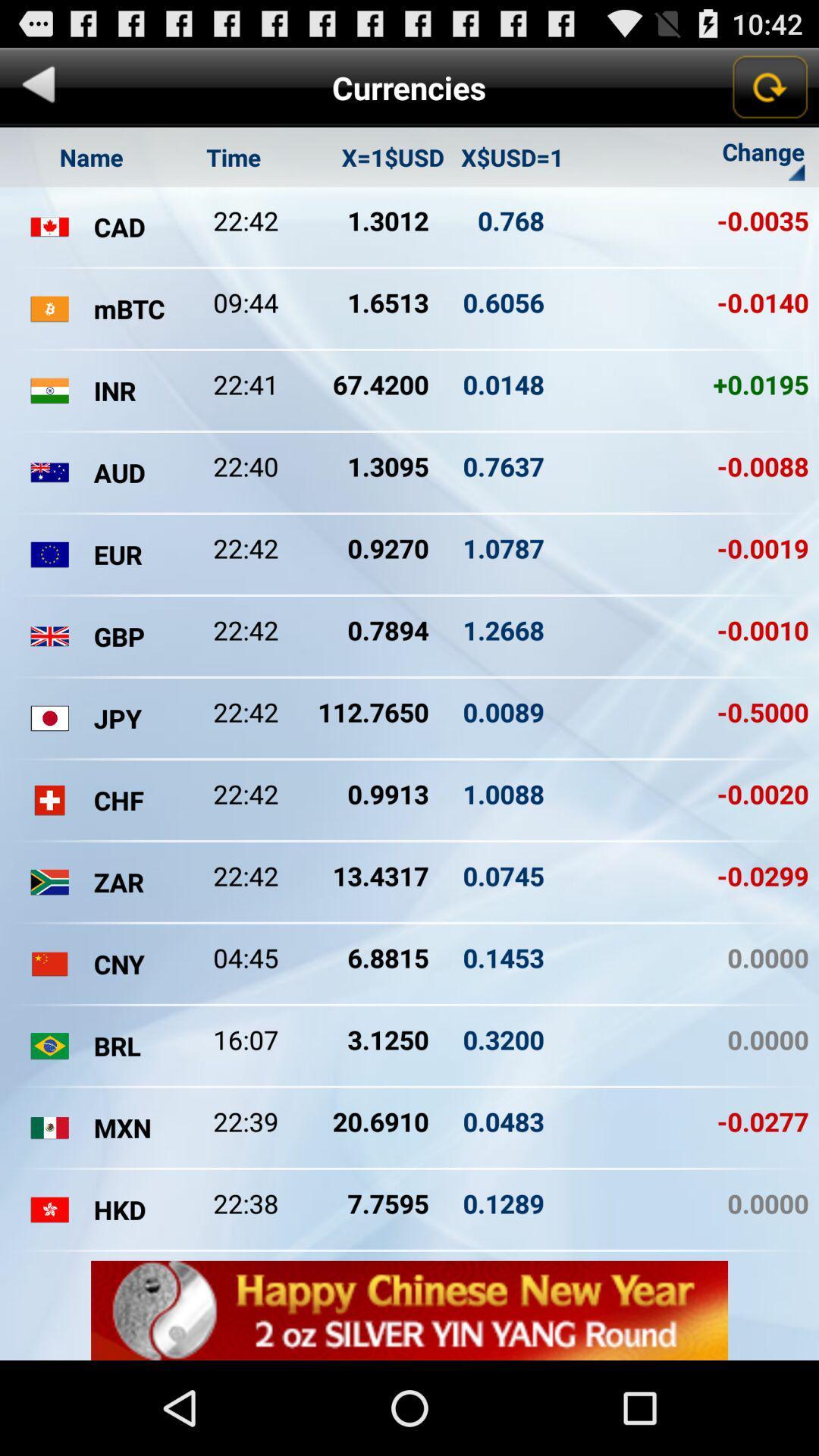  Describe the element at coordinates (38, 86) in the screenshot. I see `back button` at that location.